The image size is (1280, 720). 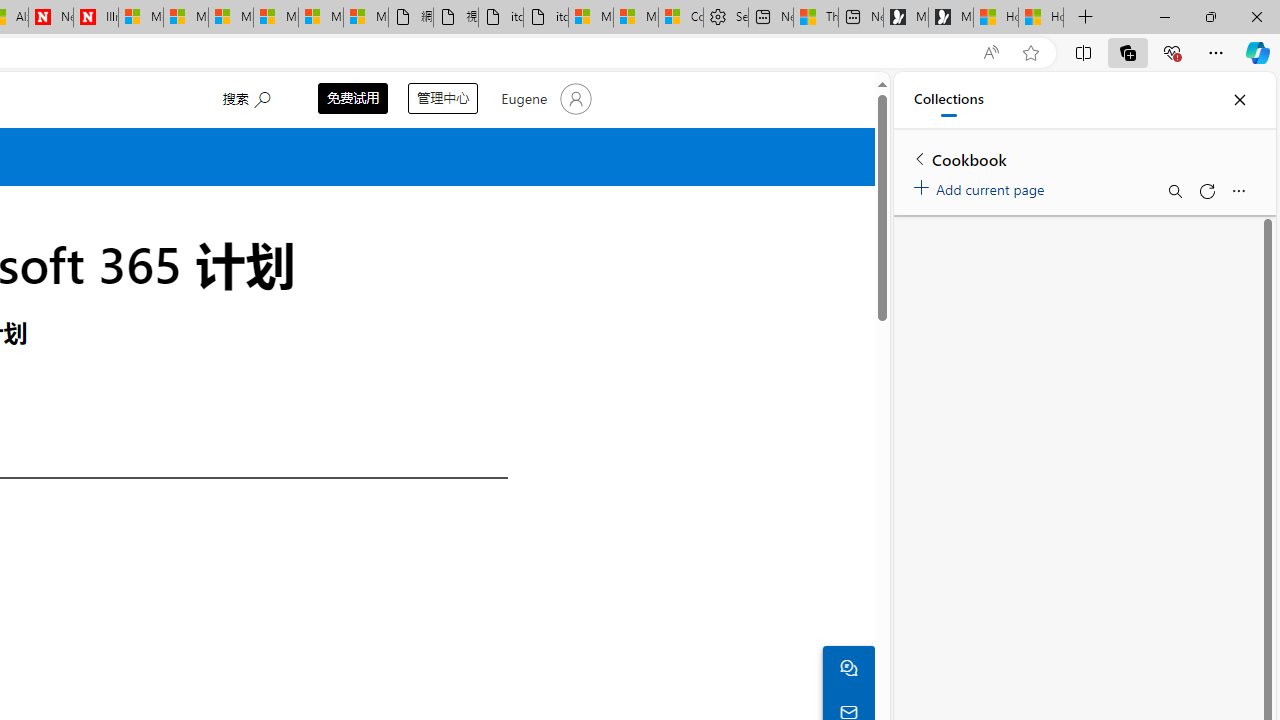 I want to click on 'Consumer Health Data Privacy Policy', so click(x=680, y=17).